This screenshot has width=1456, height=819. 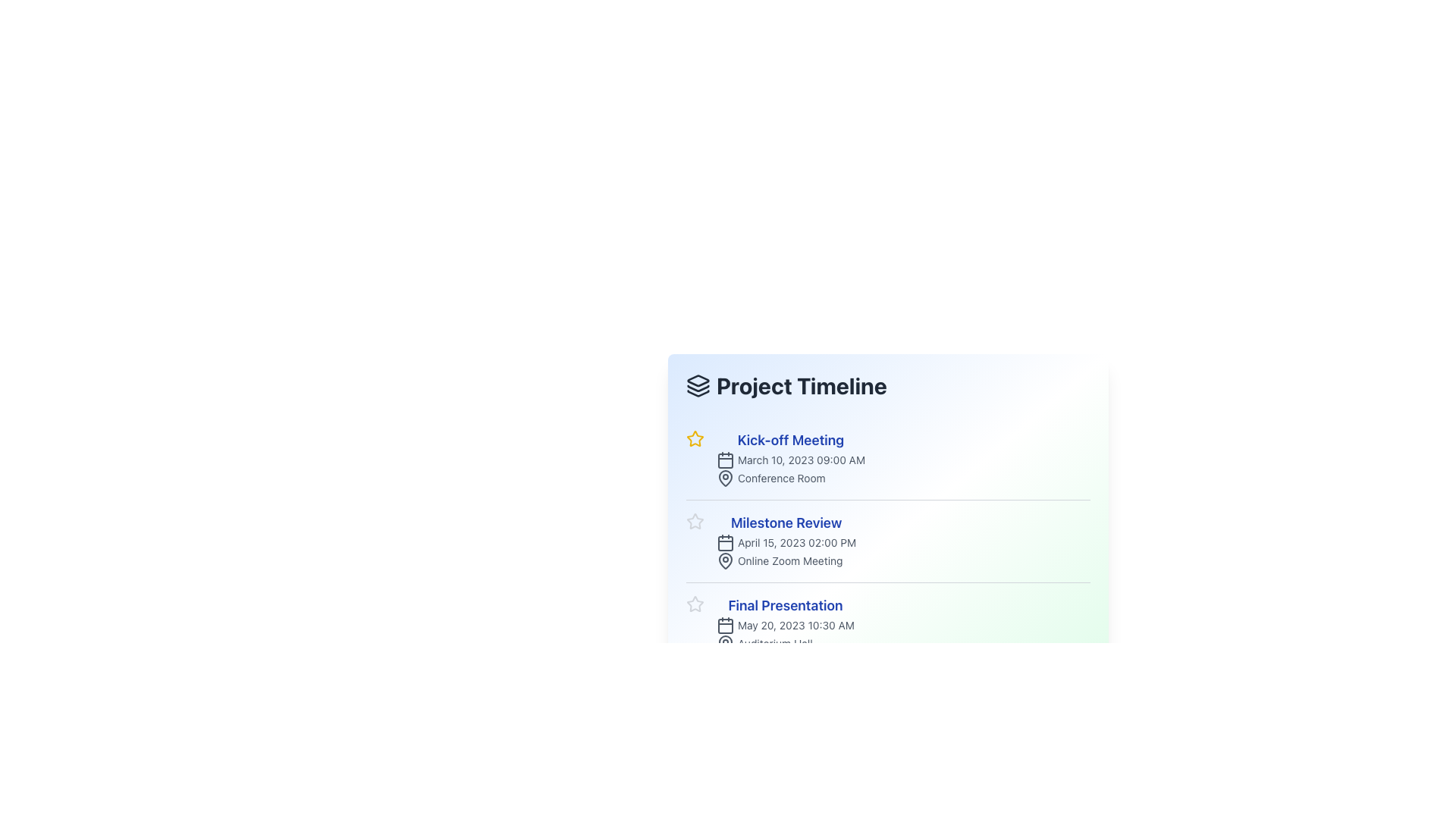 What do you see at coordinates (724, 459) in the screenshot?
I see `the calendar icon located to the left of the text 'March 10, 2023 09:00 AM' in the first row under the heading 'Kick-off Meeting'` at bounding box center [724, 459].